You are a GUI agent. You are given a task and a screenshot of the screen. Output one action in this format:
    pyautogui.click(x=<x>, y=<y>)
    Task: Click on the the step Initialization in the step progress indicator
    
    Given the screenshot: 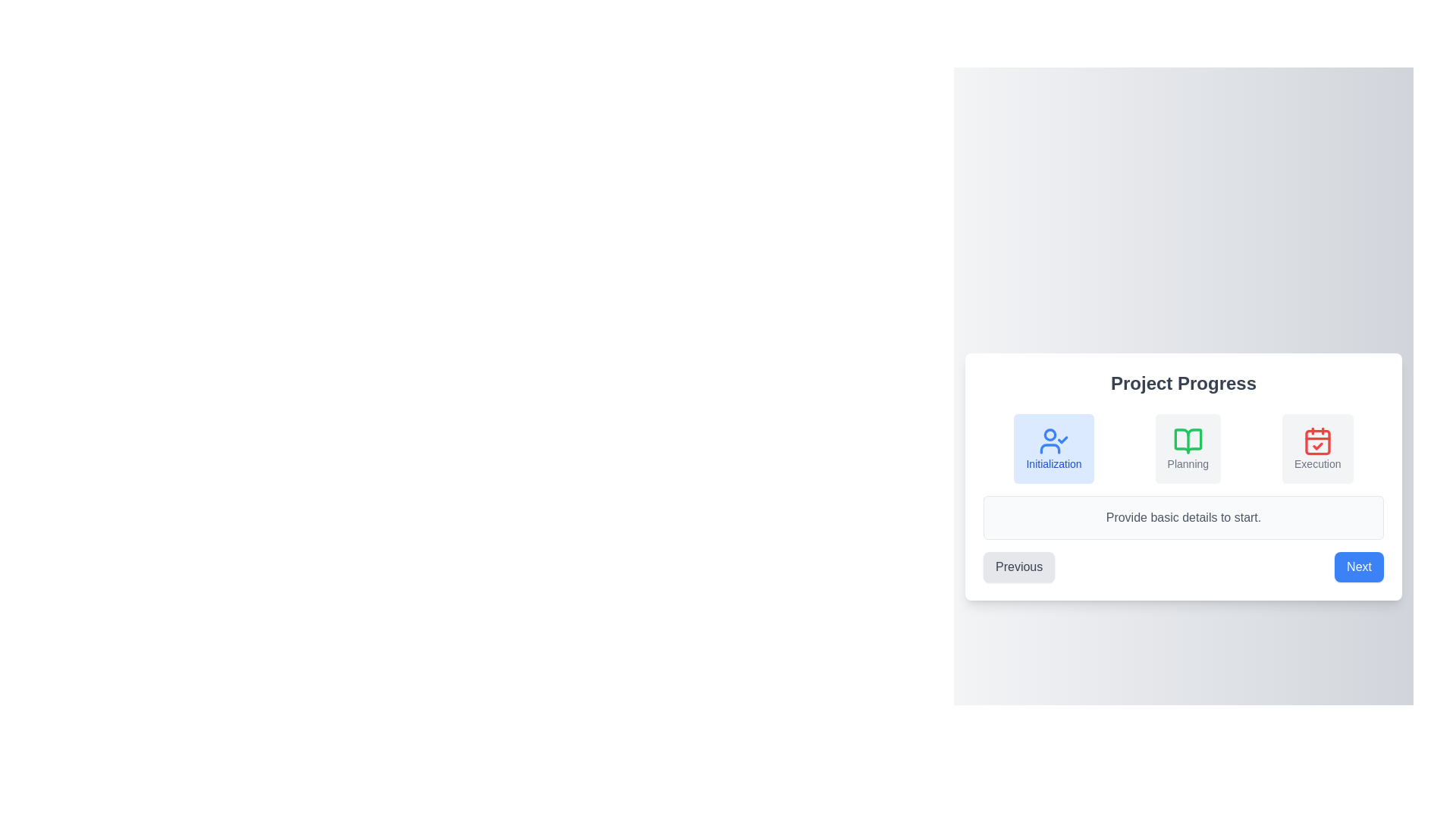 What is the action you would take?
    pyautogui.click(x=1053, y=447)
    